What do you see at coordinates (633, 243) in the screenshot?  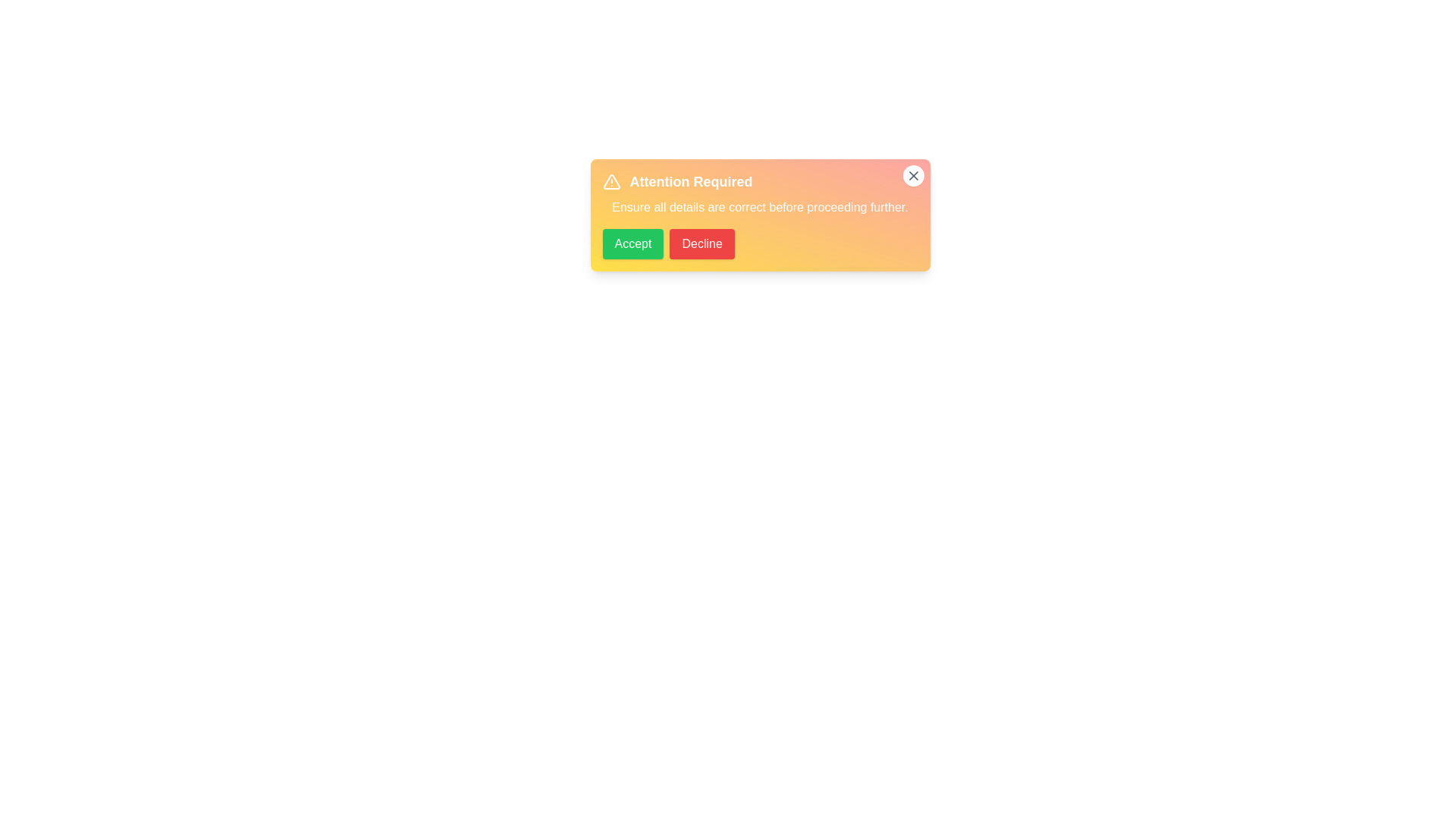 I see `the 'Accept' button to confirm the notification message` at bounding box center [633, 243].